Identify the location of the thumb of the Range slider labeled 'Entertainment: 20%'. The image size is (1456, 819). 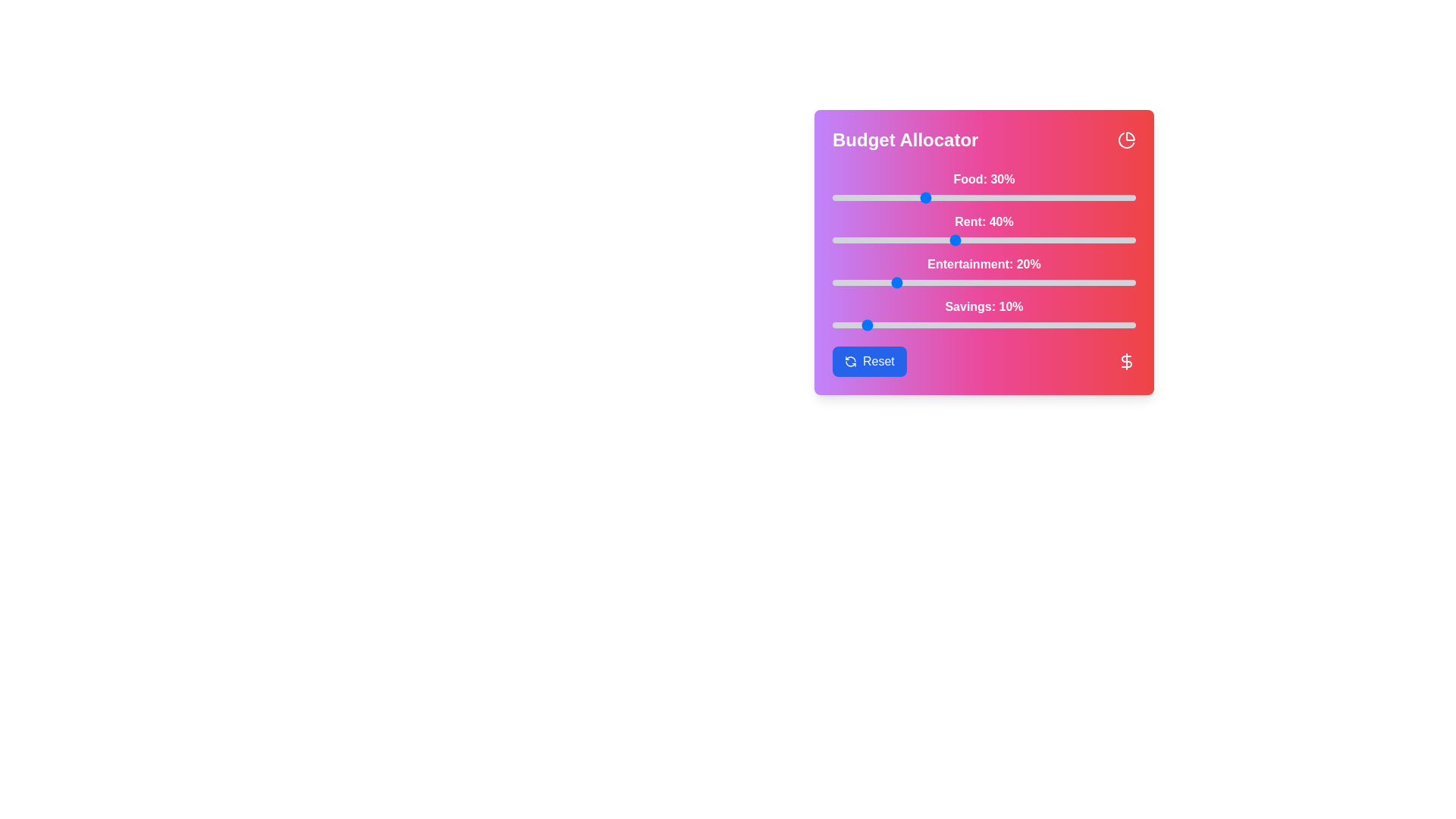
(984, 283).